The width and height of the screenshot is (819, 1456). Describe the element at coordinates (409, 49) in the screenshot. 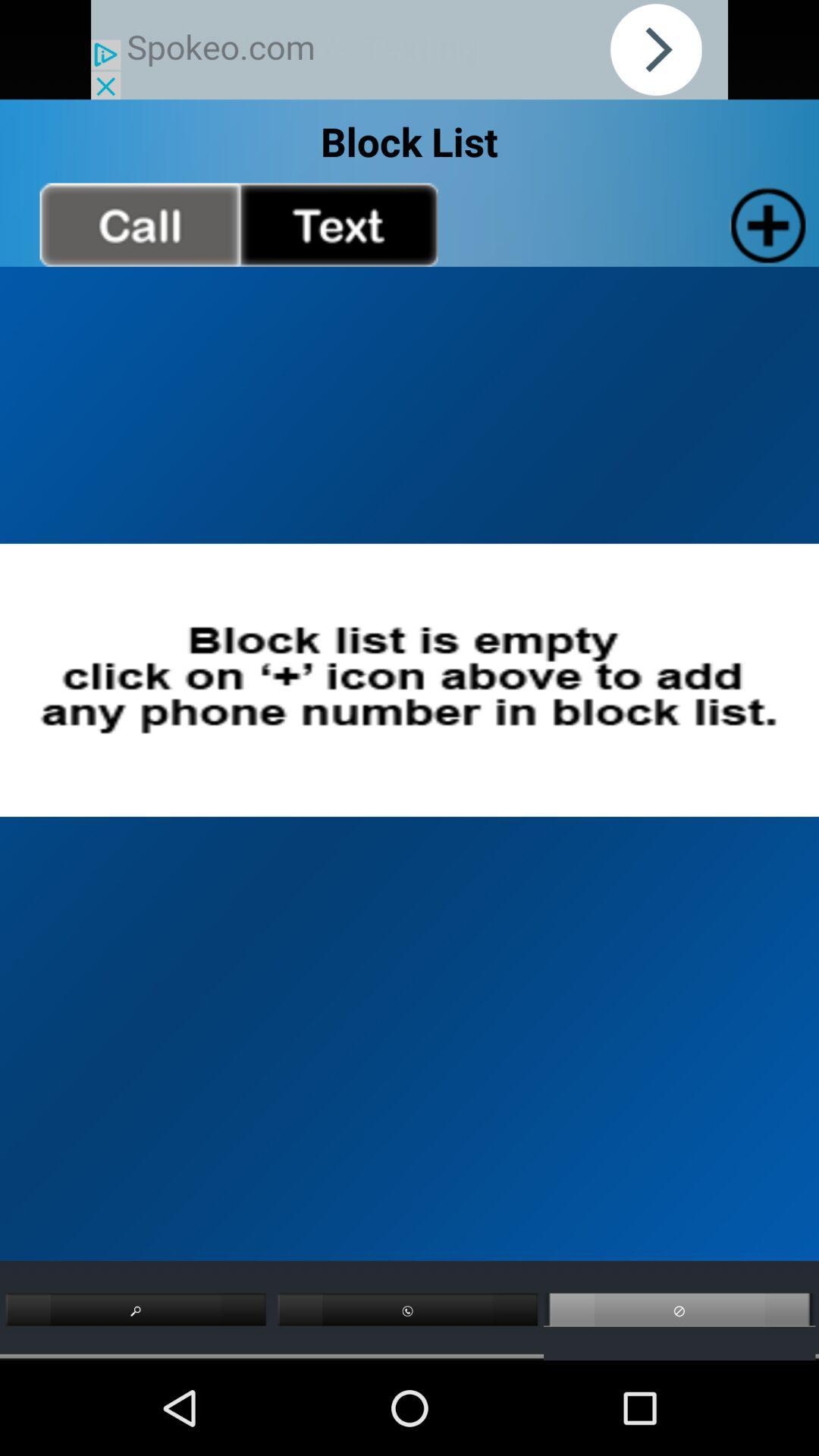

I see `open advertisement` at that location.